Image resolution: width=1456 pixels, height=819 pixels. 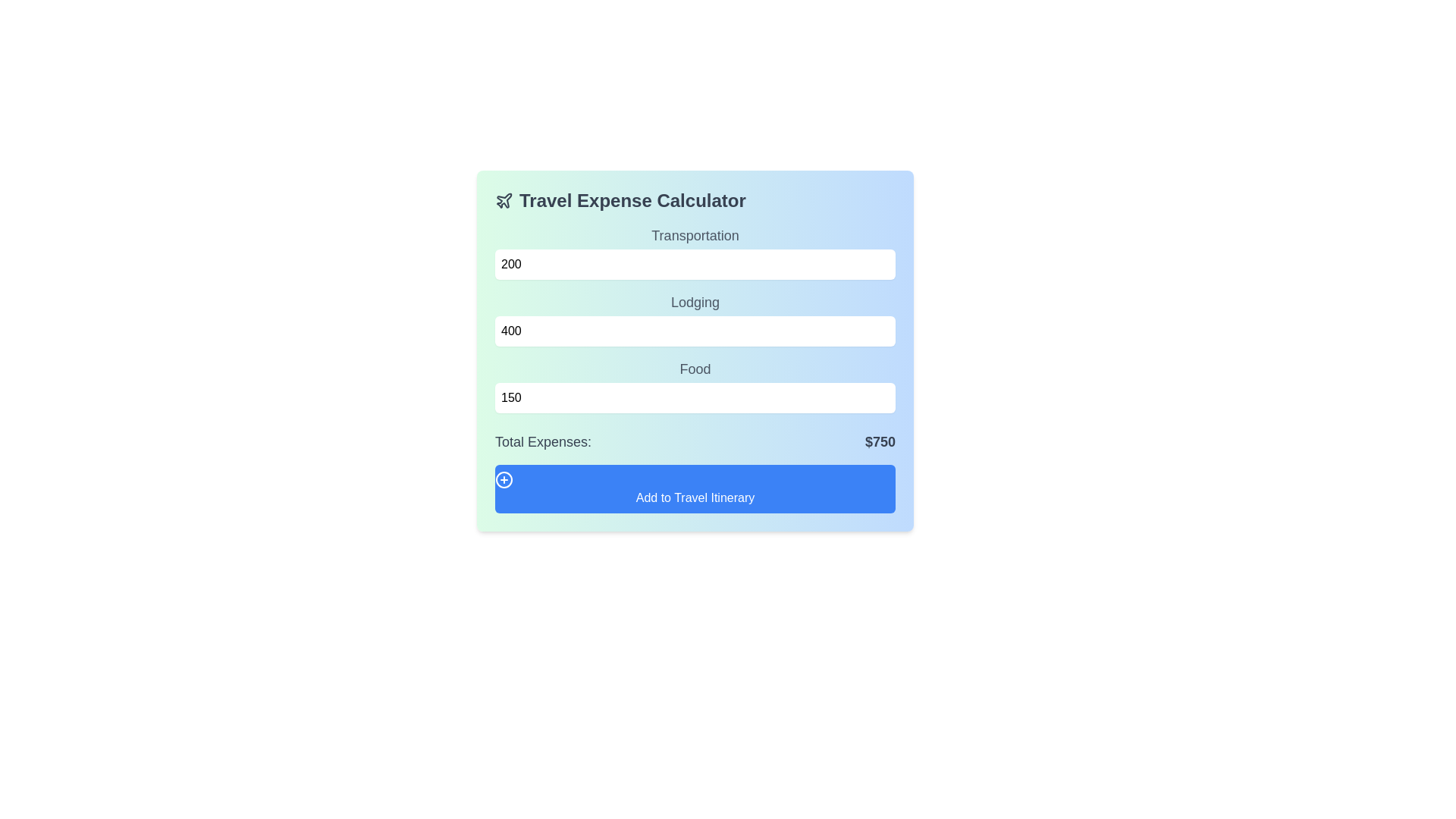 What do you see at coordinates (694, 369) in the screenshot?
I see `the static text label displaying 'Food', which is styled in gray and located above a numeric input field in the 'Lodging' section` at bounding box center [694, 369].